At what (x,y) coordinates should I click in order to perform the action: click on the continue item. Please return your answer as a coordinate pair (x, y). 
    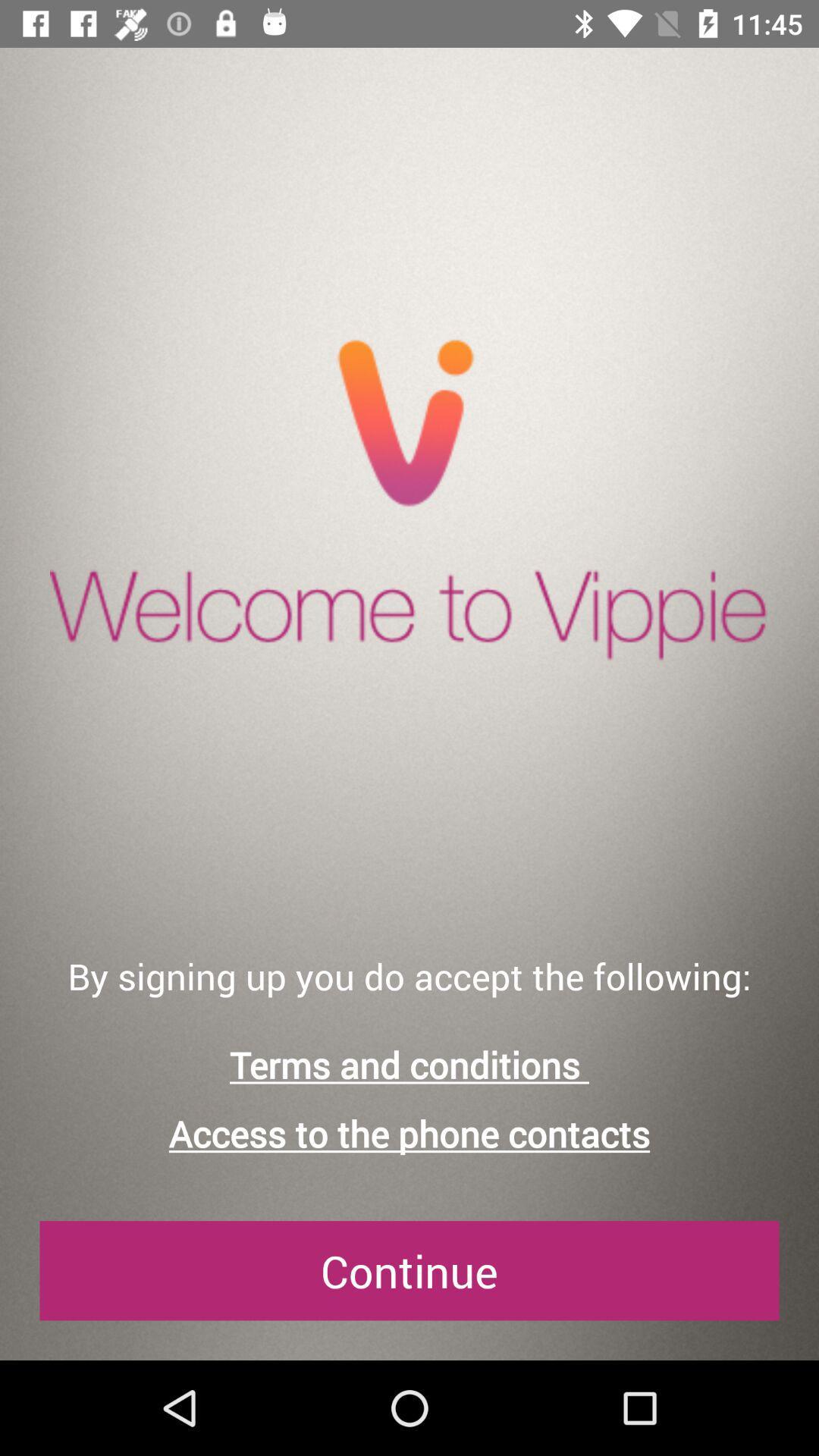
    Looking at the image, I should click on (409, 1270).